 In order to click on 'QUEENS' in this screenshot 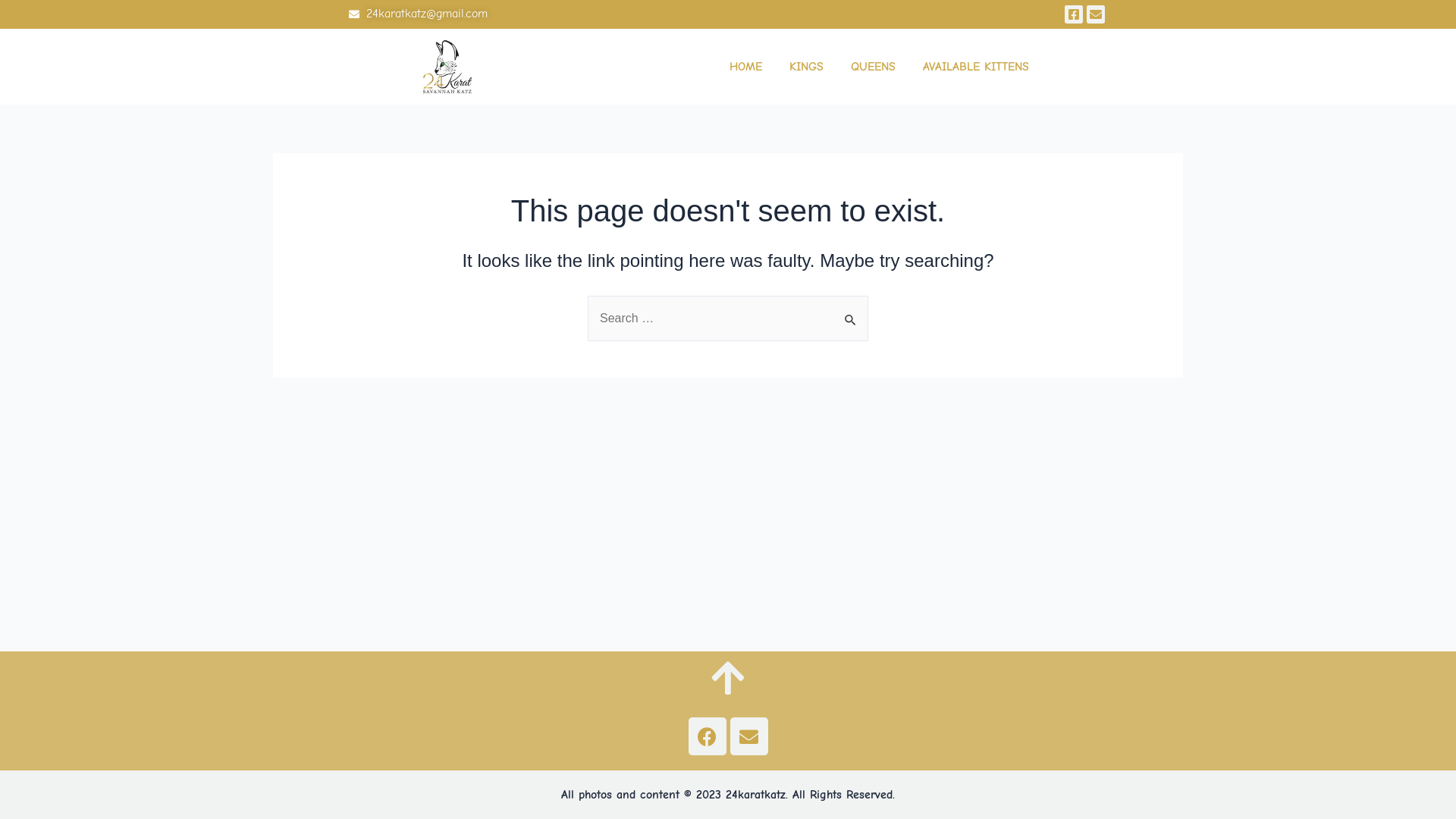, I will do `click(873, 66)`.